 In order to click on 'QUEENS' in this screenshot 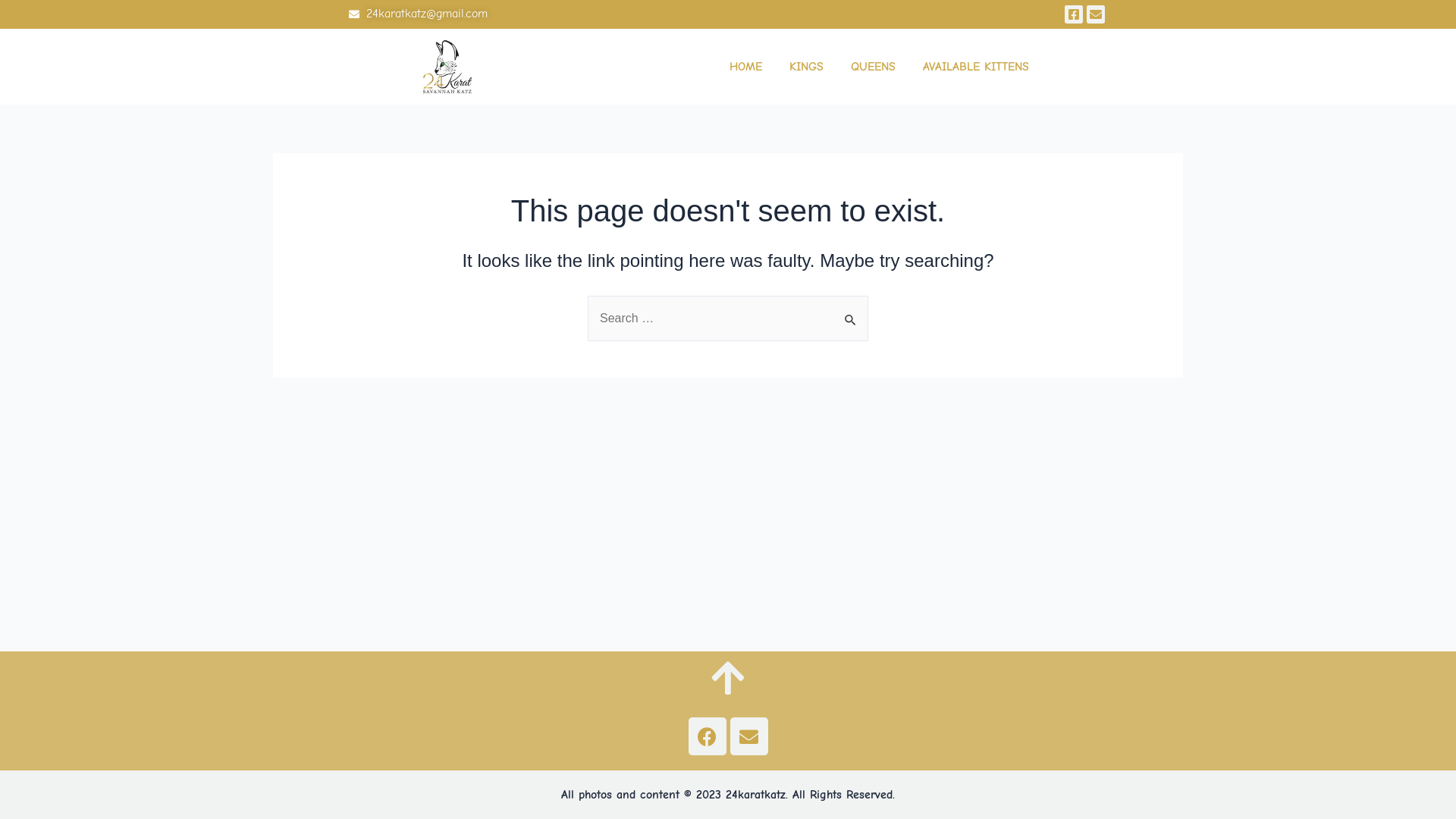, I will do `click(873, 66)`.